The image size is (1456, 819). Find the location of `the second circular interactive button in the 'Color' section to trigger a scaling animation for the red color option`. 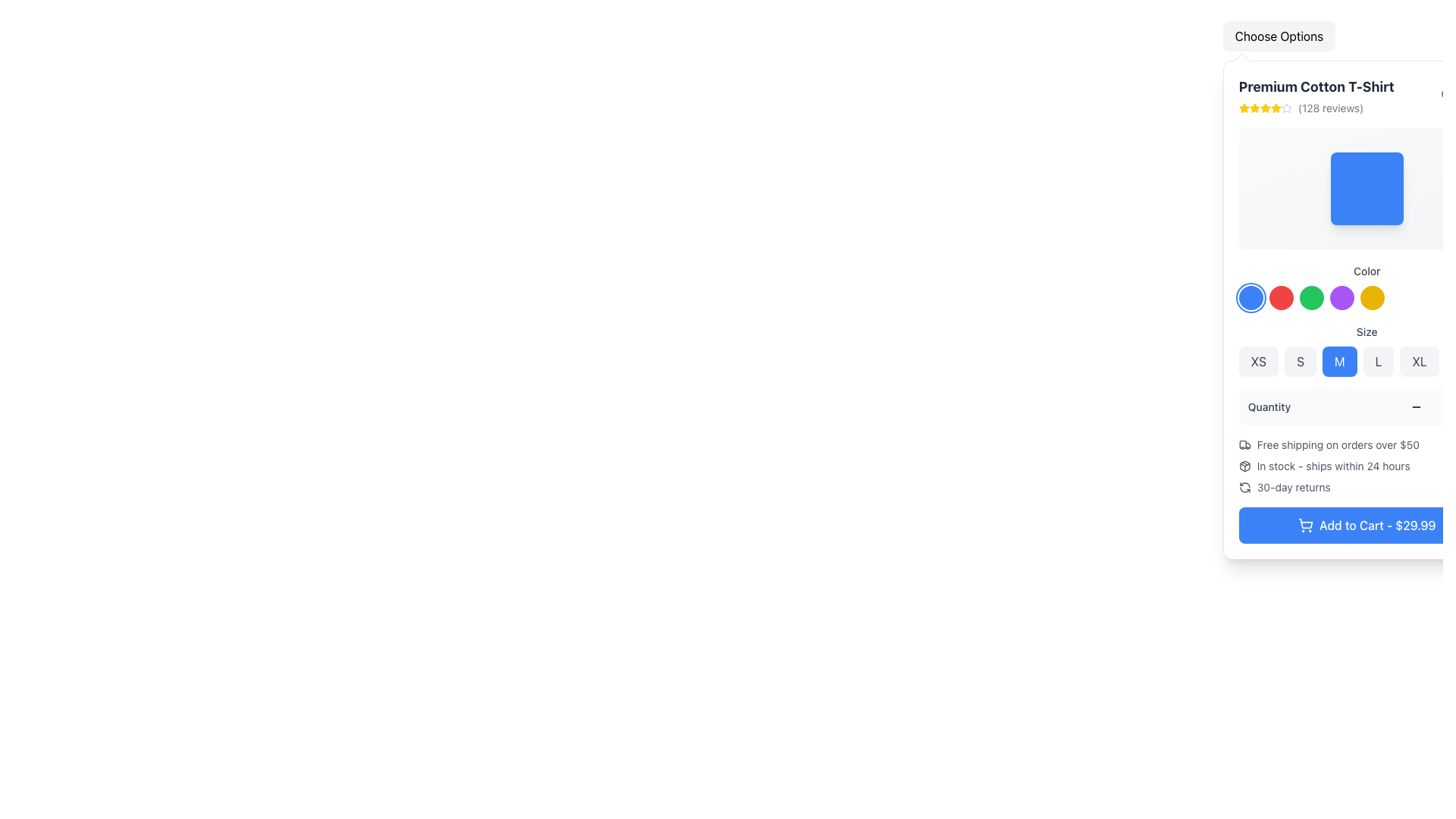

the second circular interactive button in the 'Color' section to trigger a scaling animation for the red color option is located at coordinates (1280, 298).